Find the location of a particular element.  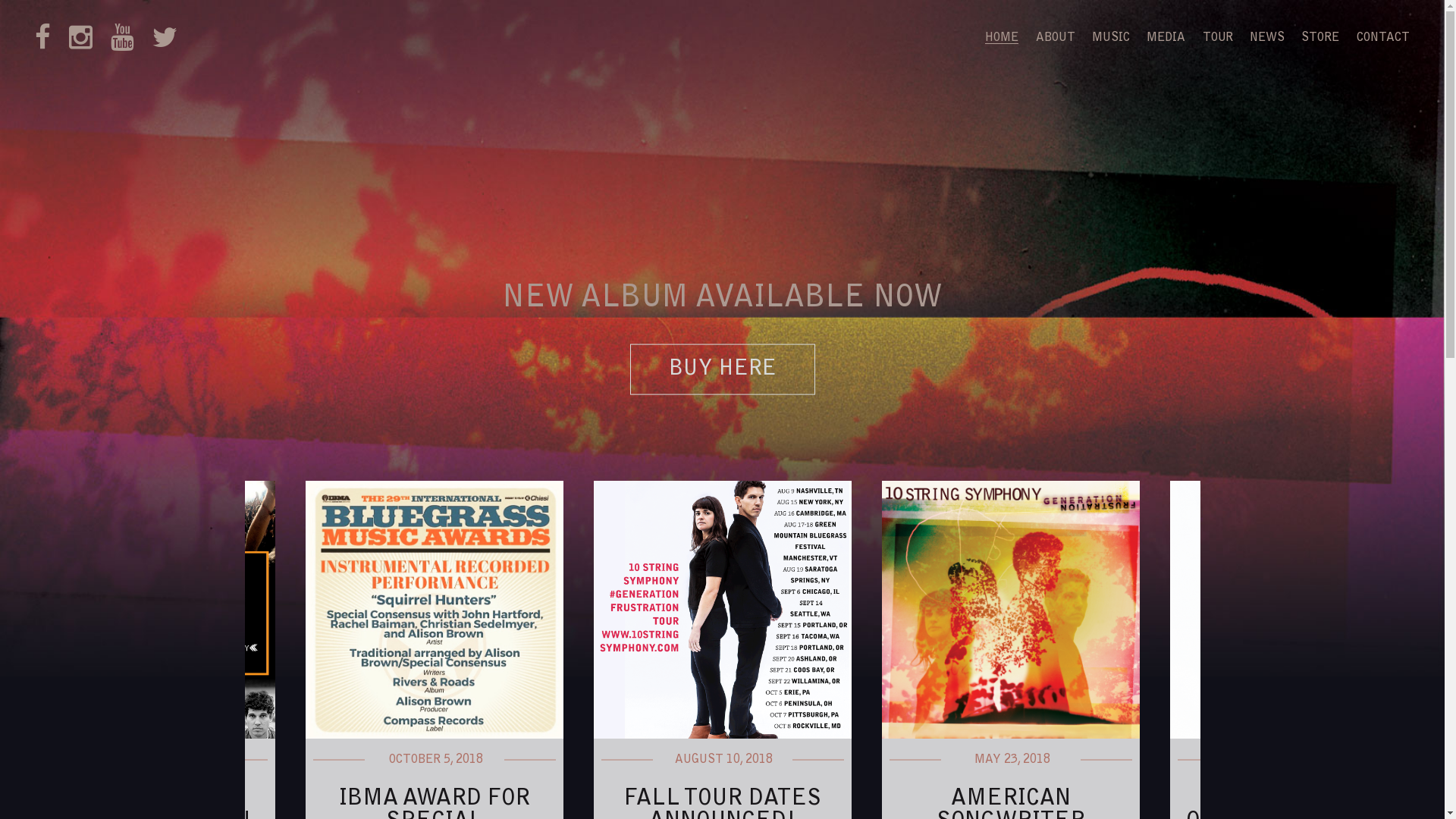

'BUY HERE' is located at coordinates (720, 369).